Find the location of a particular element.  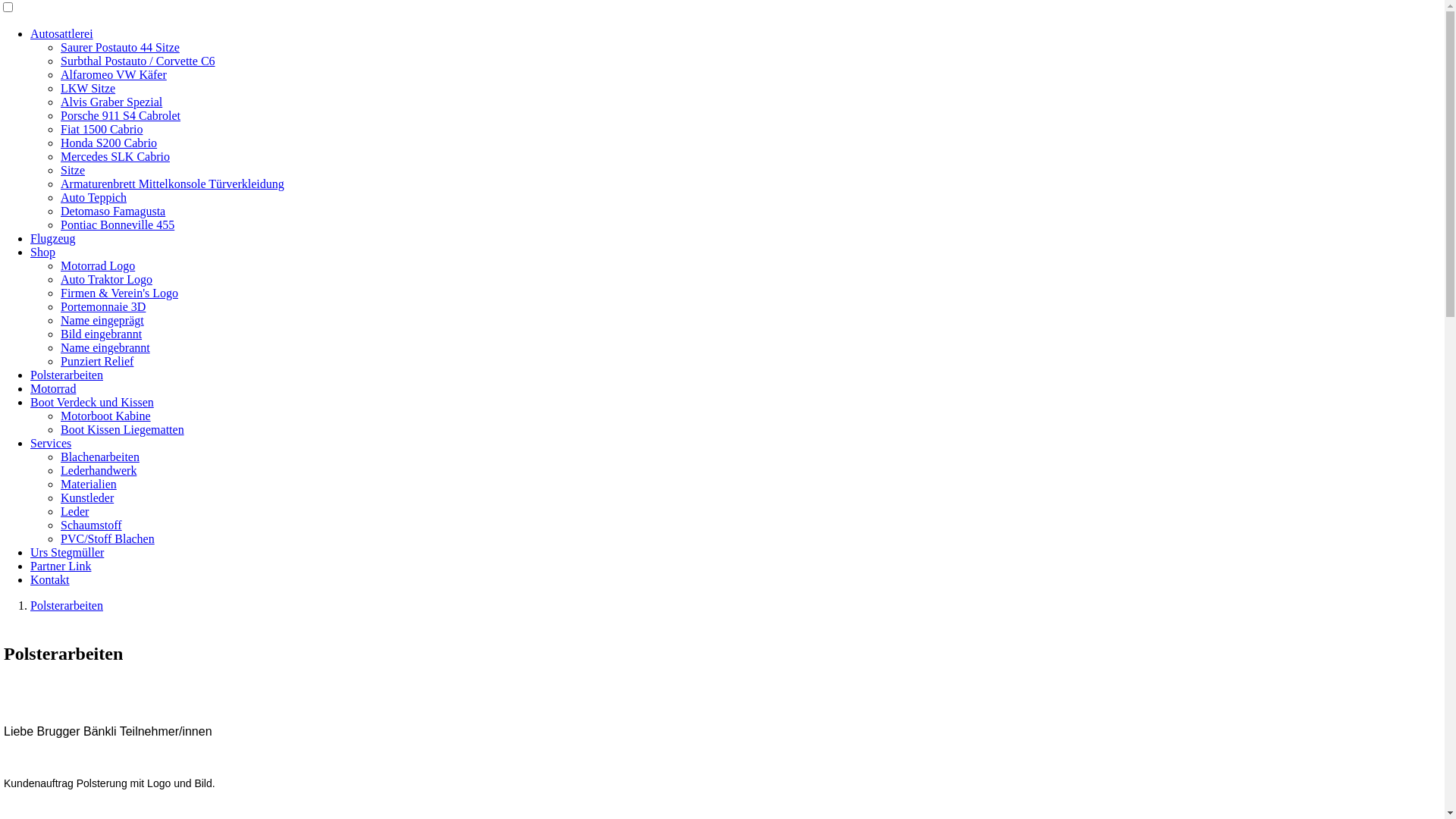

'Autosattlerei' is located at coordinates (61, 33).